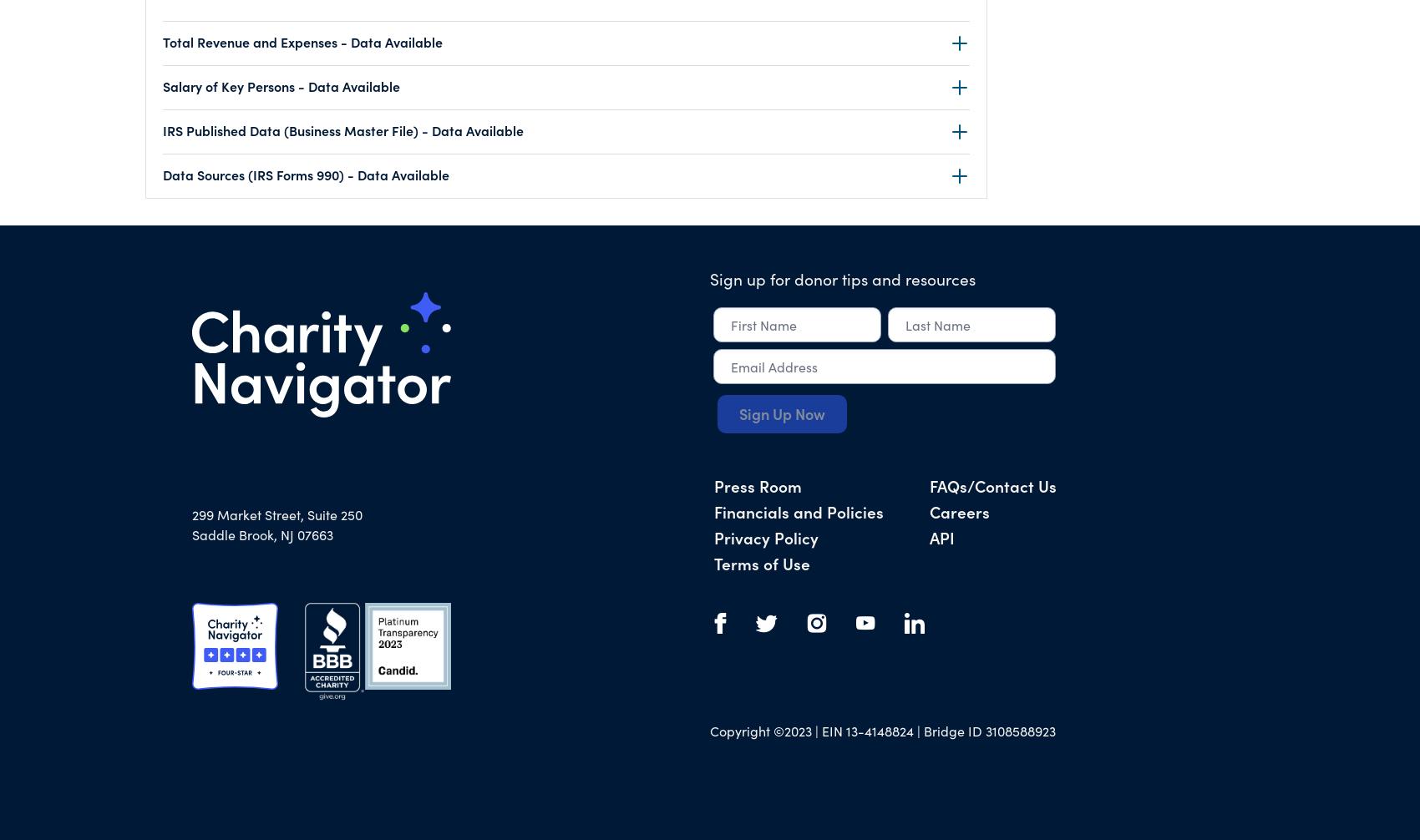 The width and height of the screenshot is (1420, 840). I want to click on 'IRS Published Data (Business Master File) - Data Available', so click(342, 130).